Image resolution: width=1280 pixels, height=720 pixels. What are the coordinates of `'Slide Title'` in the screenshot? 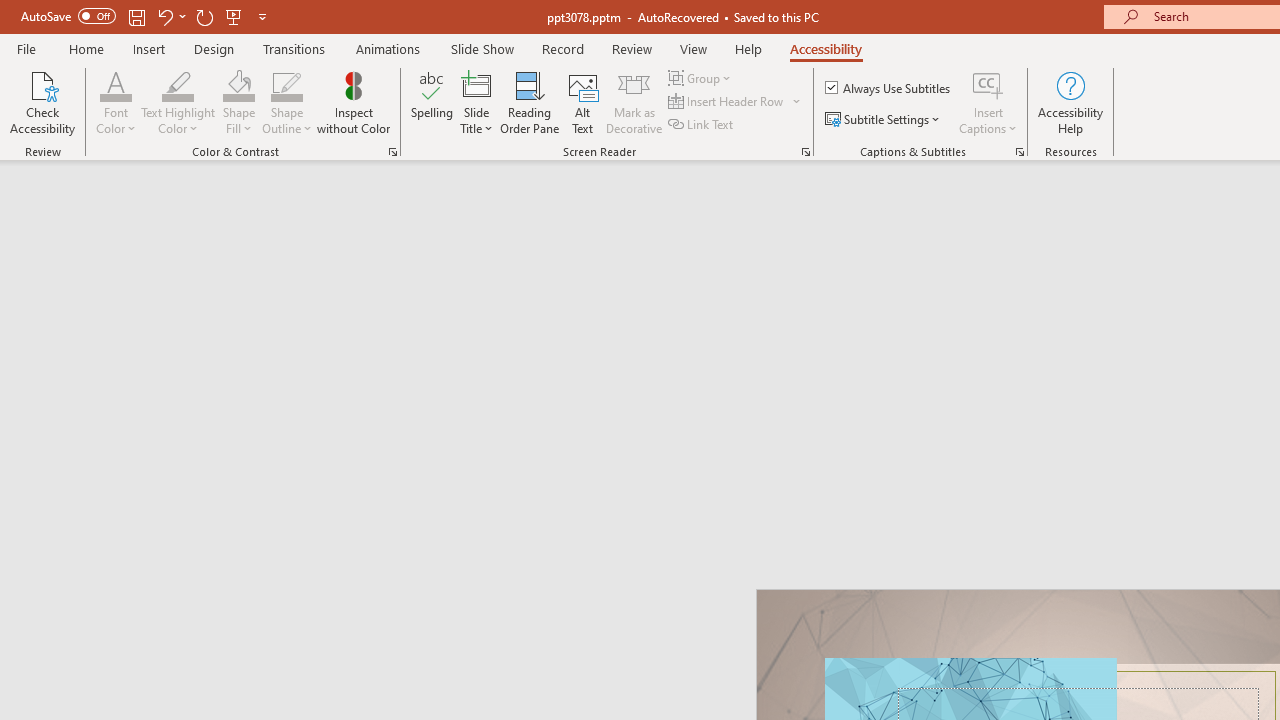 It's located at (475, 103).